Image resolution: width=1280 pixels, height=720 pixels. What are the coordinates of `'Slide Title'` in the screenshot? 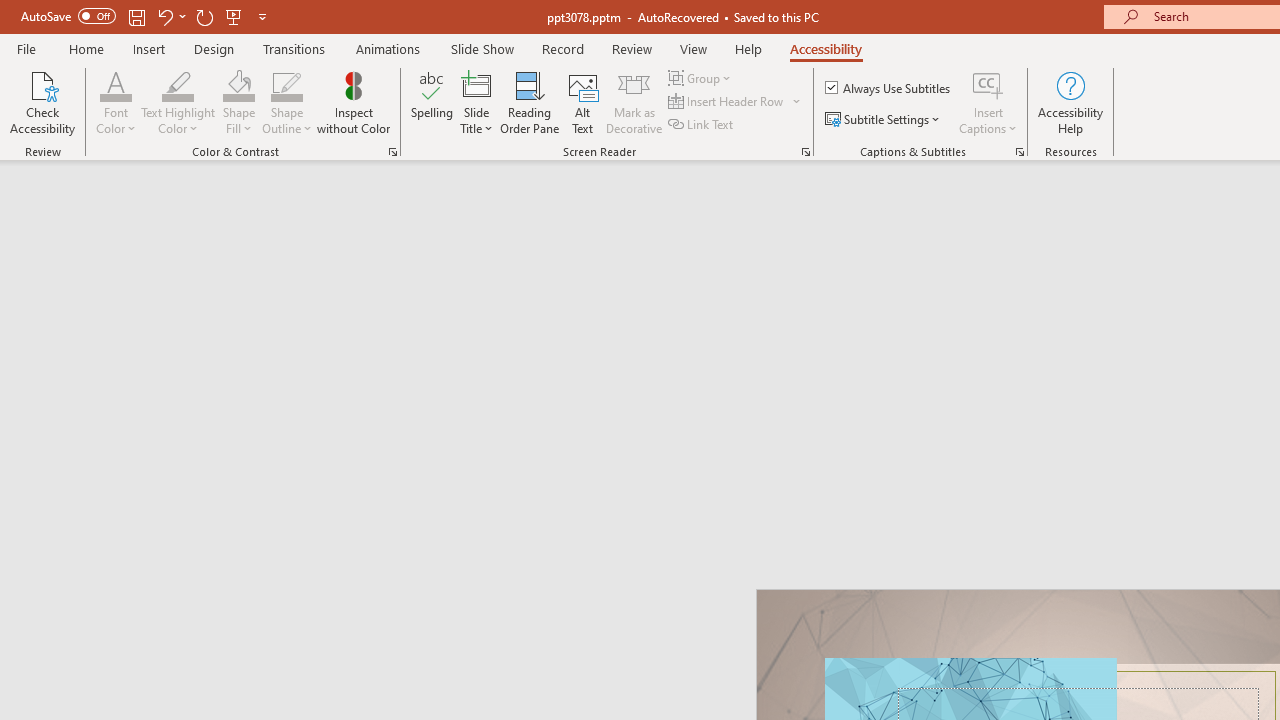 It's located at (475, 103).